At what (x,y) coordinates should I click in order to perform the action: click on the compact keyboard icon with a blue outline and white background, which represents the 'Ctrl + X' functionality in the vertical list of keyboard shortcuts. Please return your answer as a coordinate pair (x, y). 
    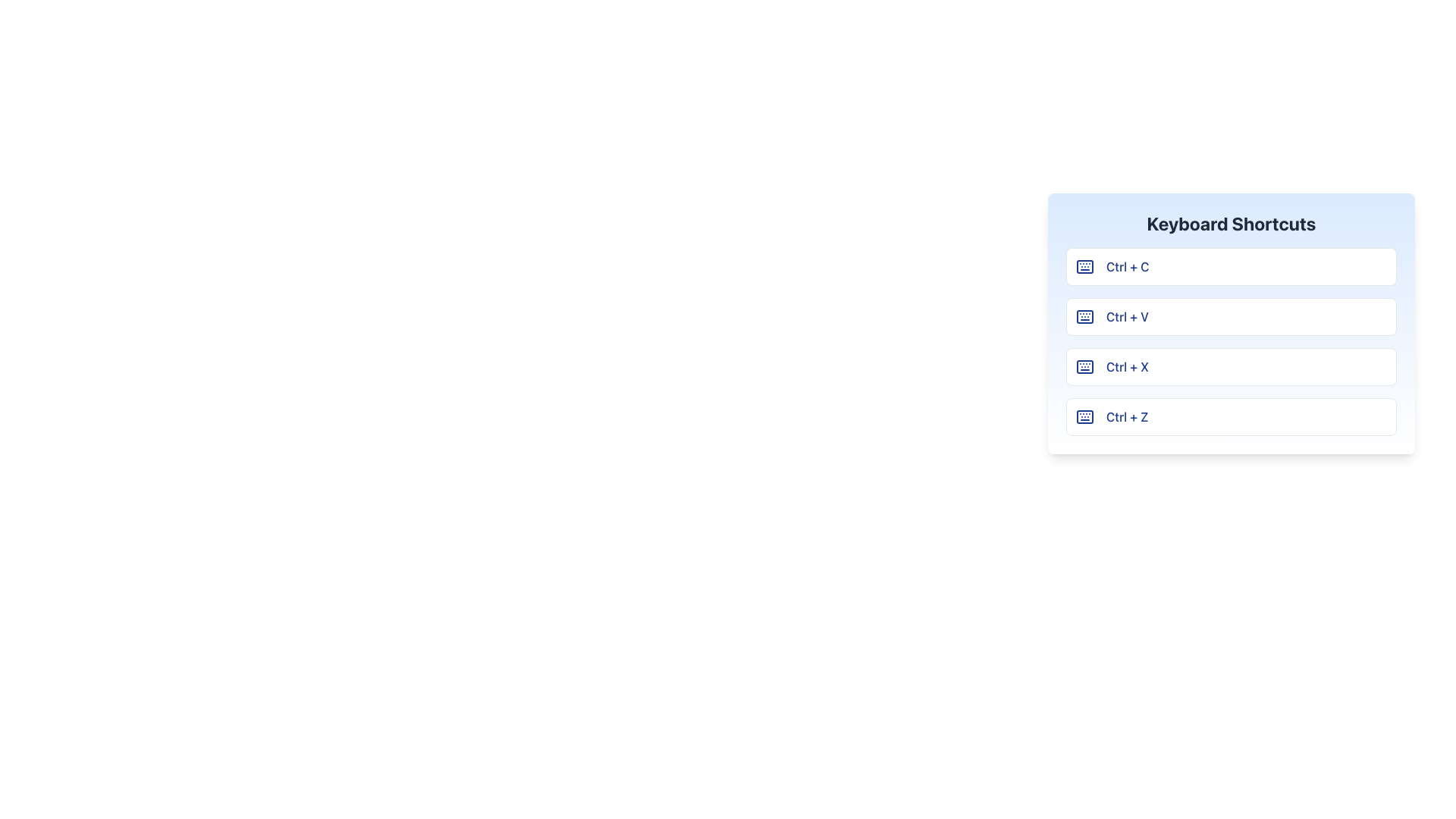
    Looking at the image, I should click on (1084, 366).